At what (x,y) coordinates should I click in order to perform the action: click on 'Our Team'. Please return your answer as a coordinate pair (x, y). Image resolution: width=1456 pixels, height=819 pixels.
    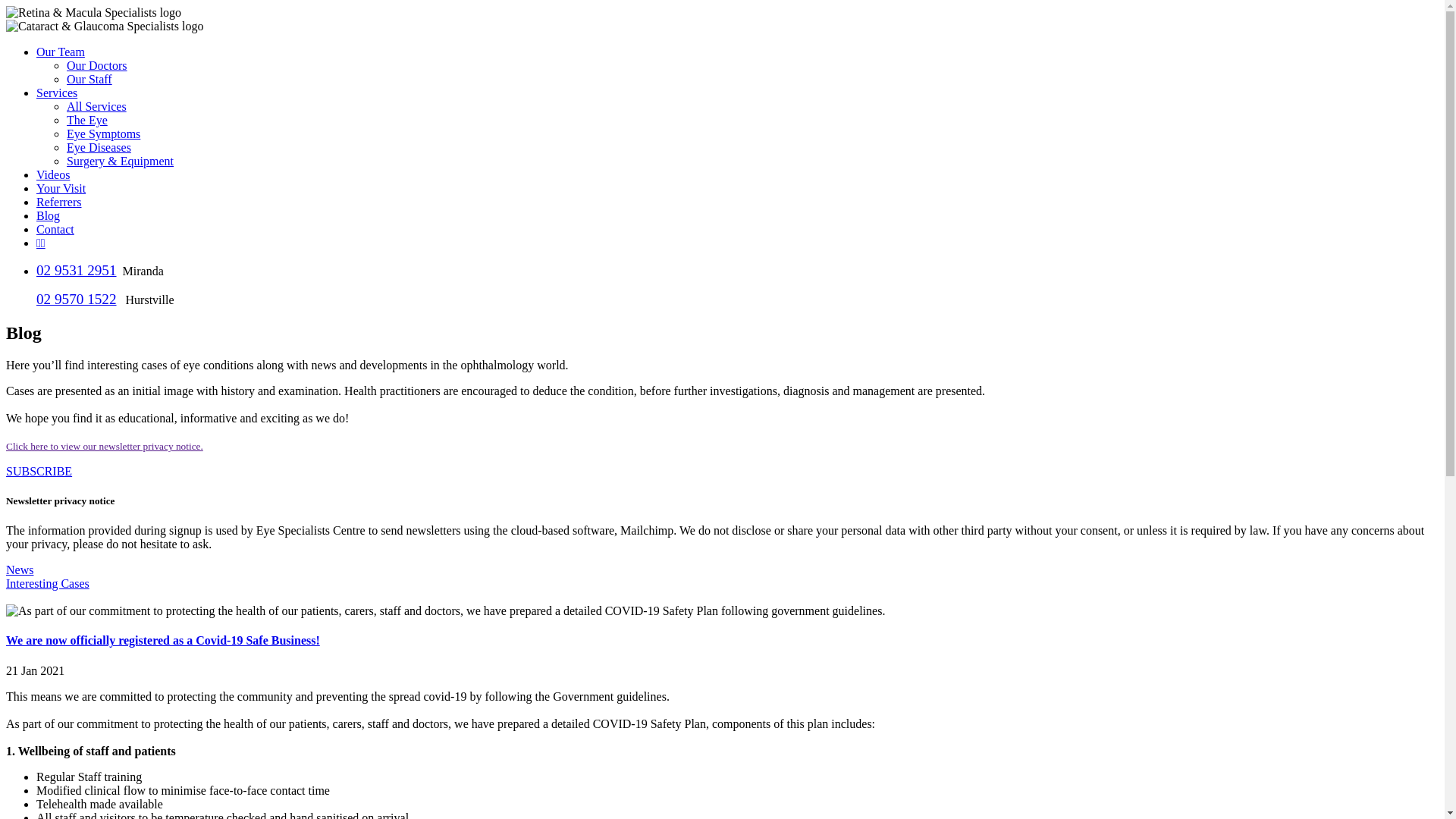
    Looking at the image, I should click on (61, 51).